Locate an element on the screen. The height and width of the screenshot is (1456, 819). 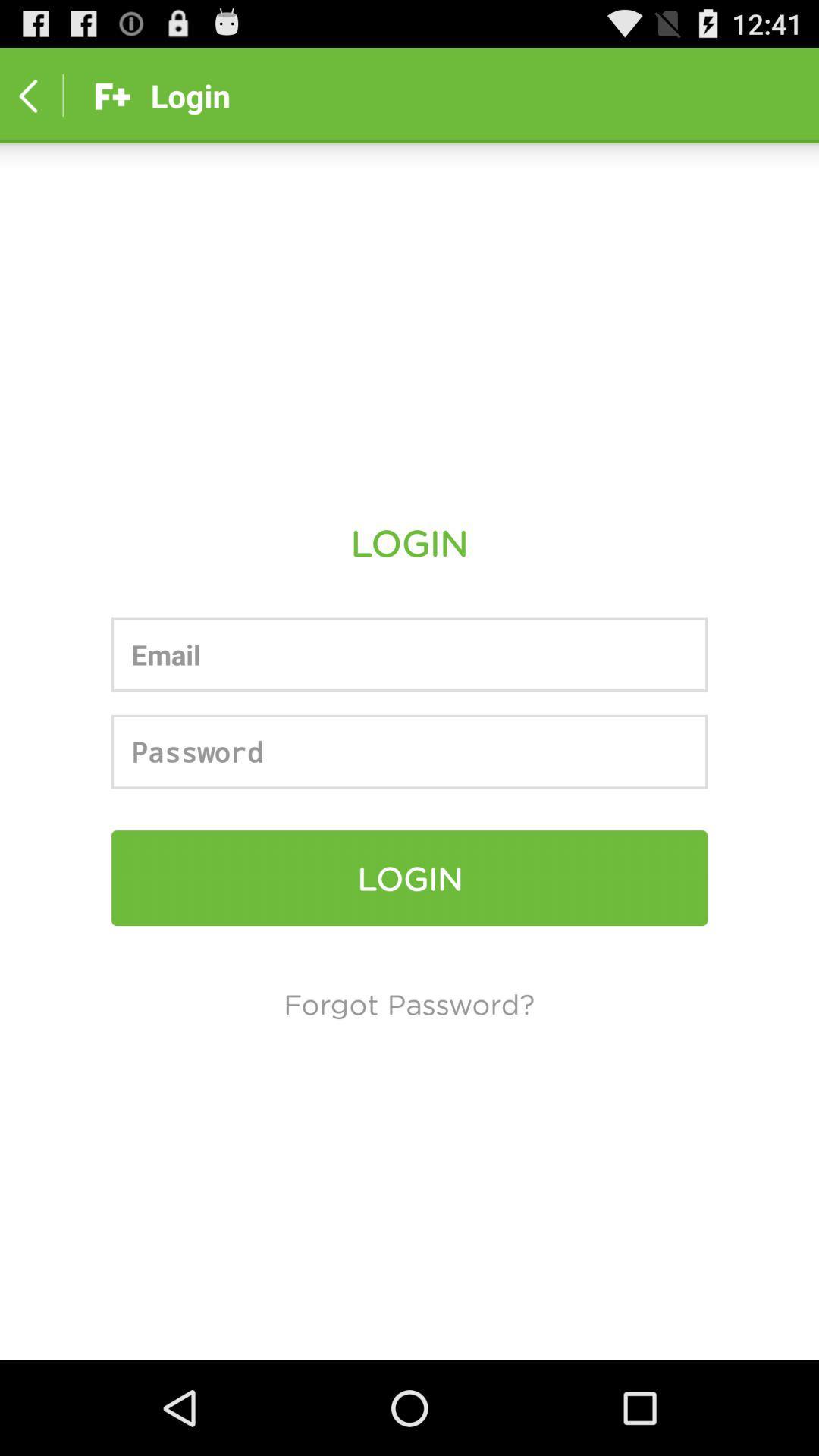
password is located at coordinates (409, 752).